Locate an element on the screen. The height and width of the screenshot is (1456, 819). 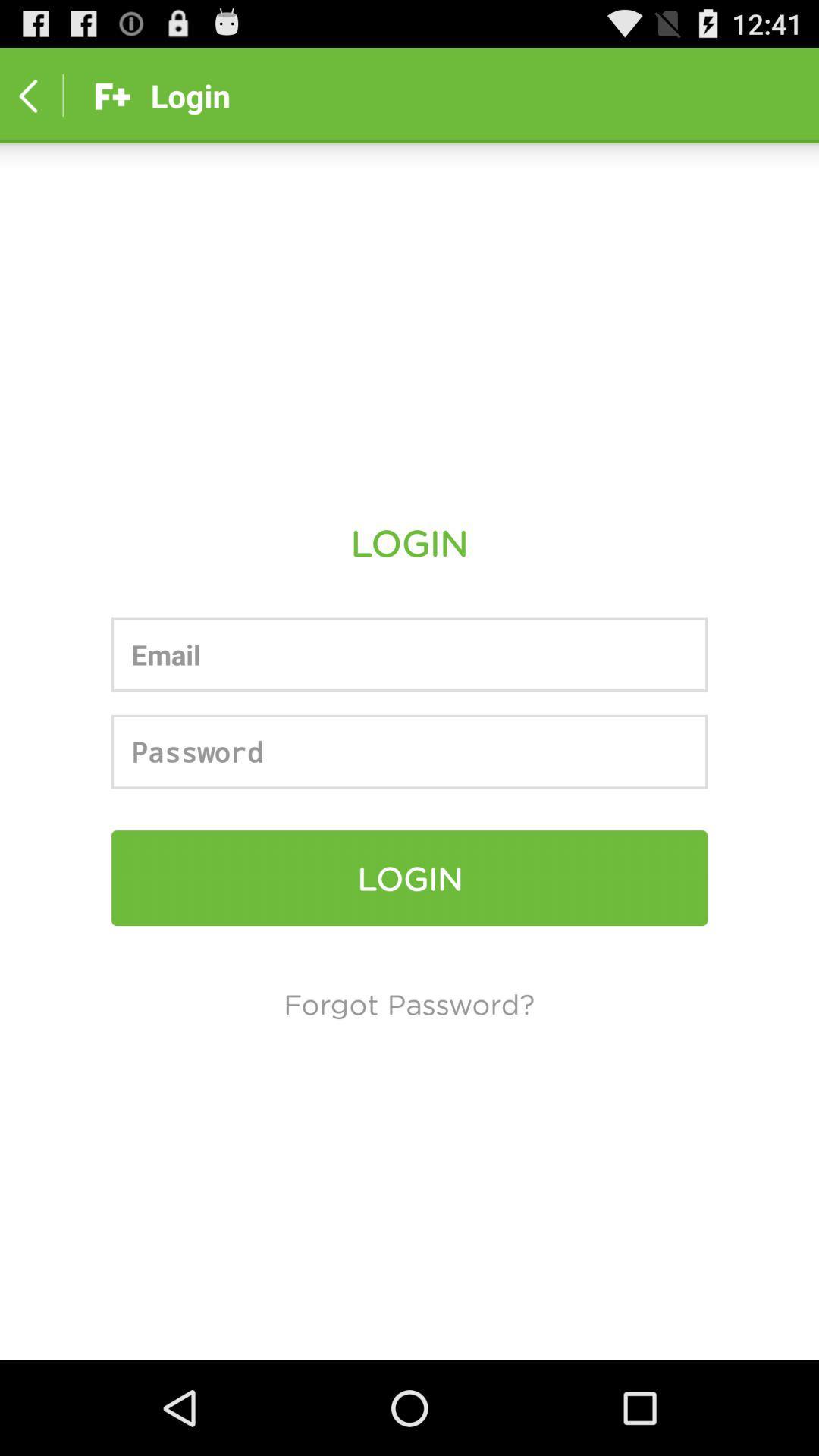
password is located at coordinates (409, 752).